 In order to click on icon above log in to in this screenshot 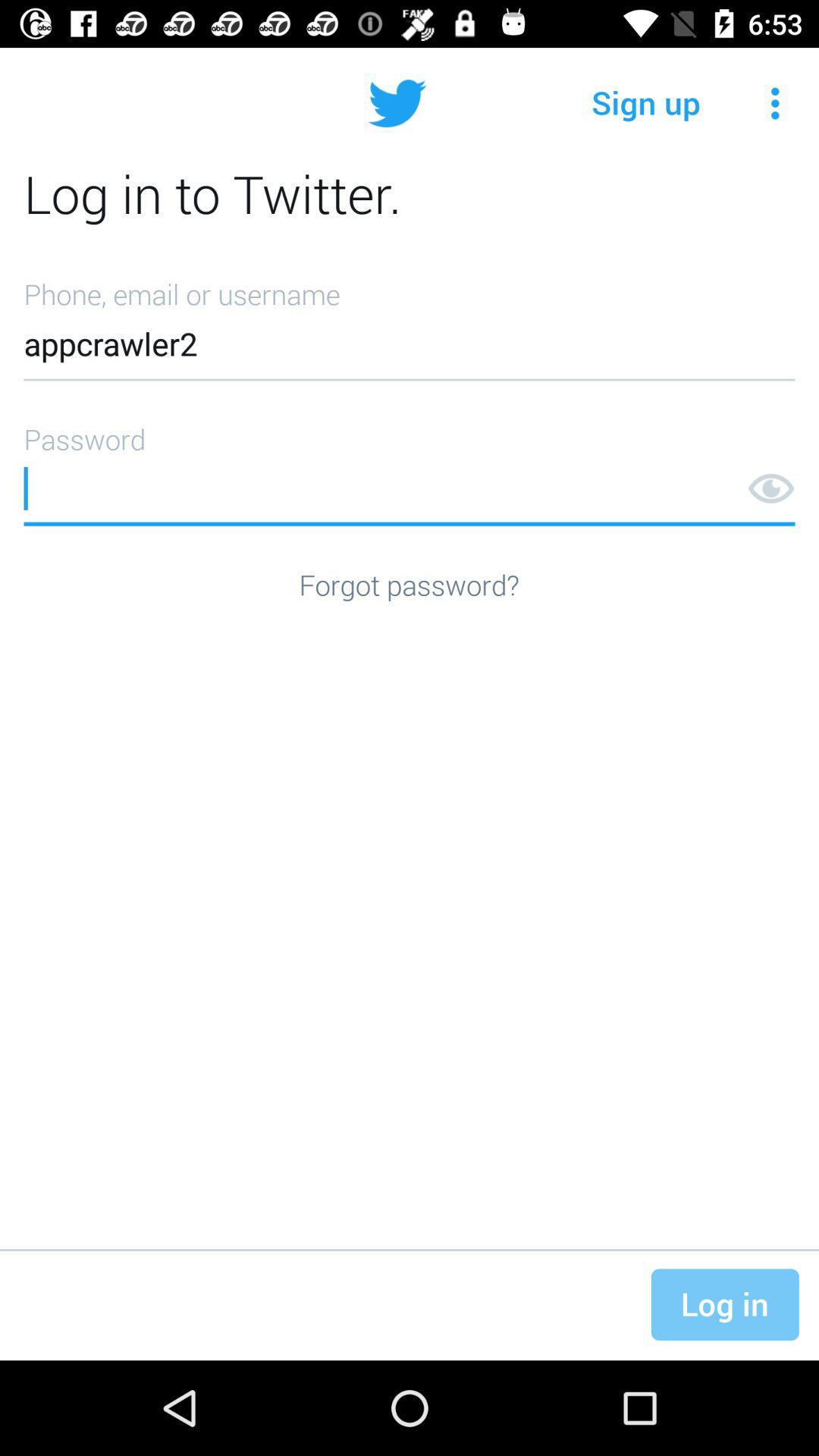, I will do `click(775, 102)`.